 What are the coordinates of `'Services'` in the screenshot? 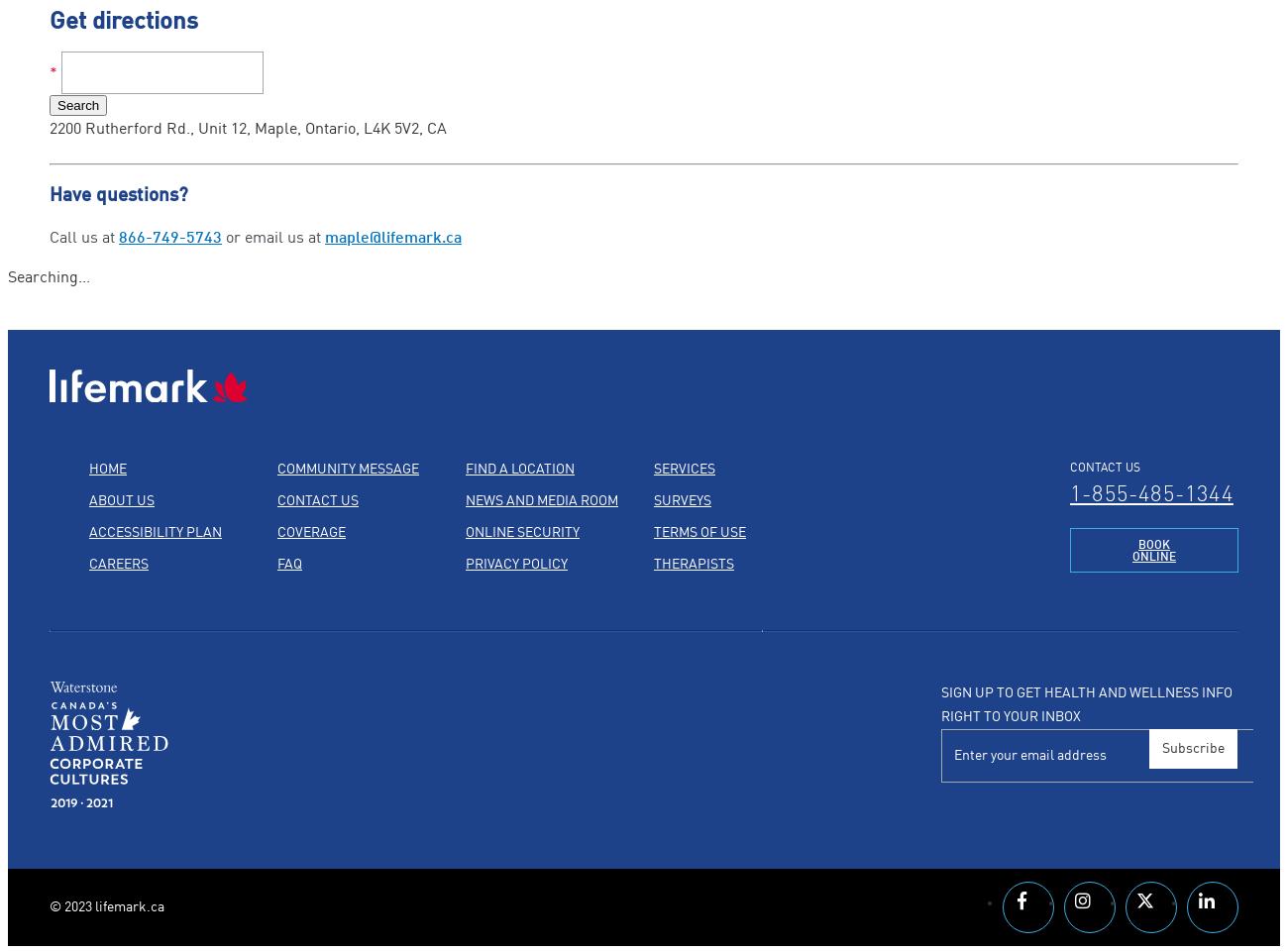 It's located at (683, 468).